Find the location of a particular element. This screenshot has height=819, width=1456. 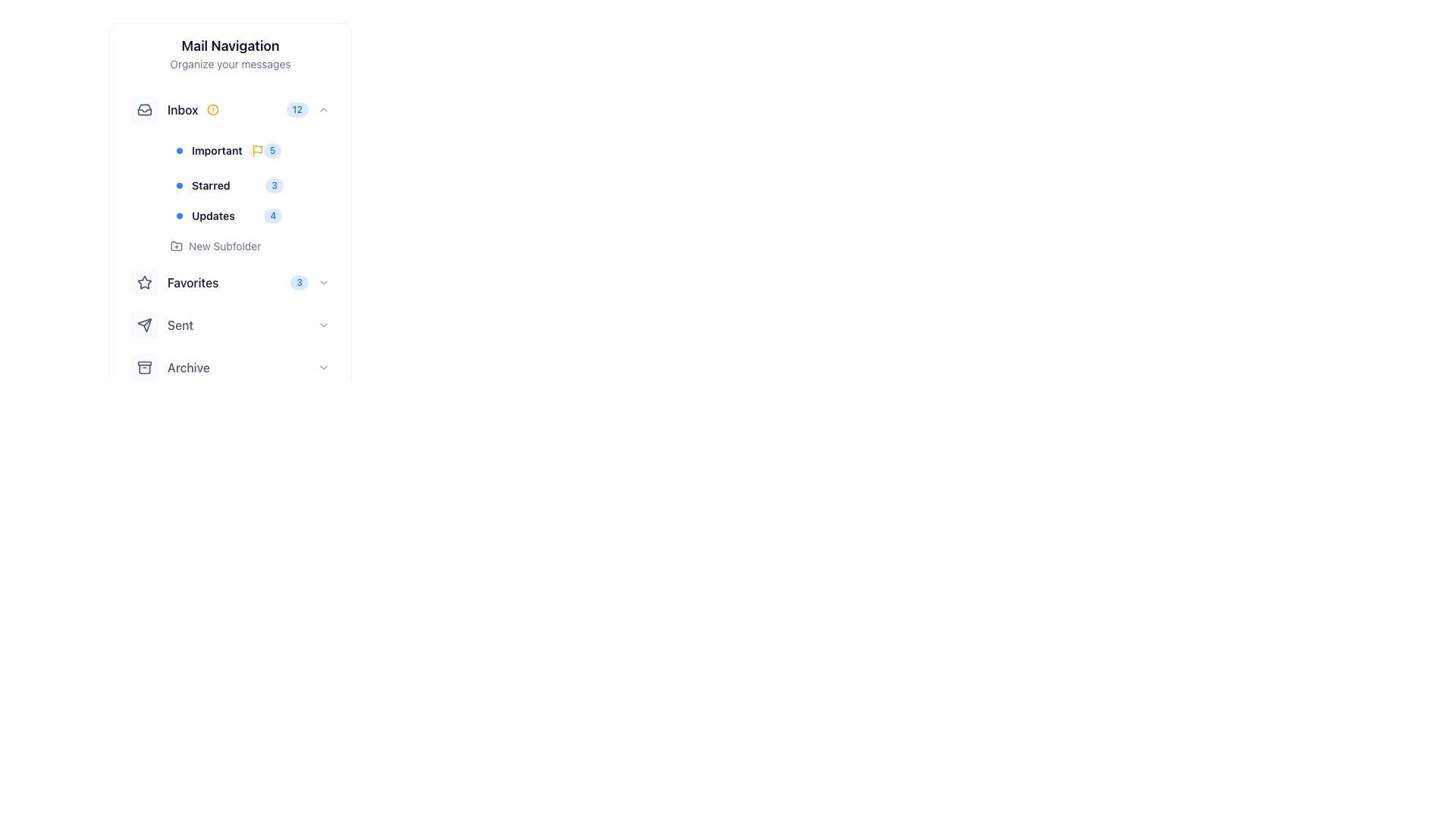

the clickable navigation item in the 'Favorites' section that leads to the 'Sent' messages or options related to the 'Sent' folder is located at coordinates (229, 324).